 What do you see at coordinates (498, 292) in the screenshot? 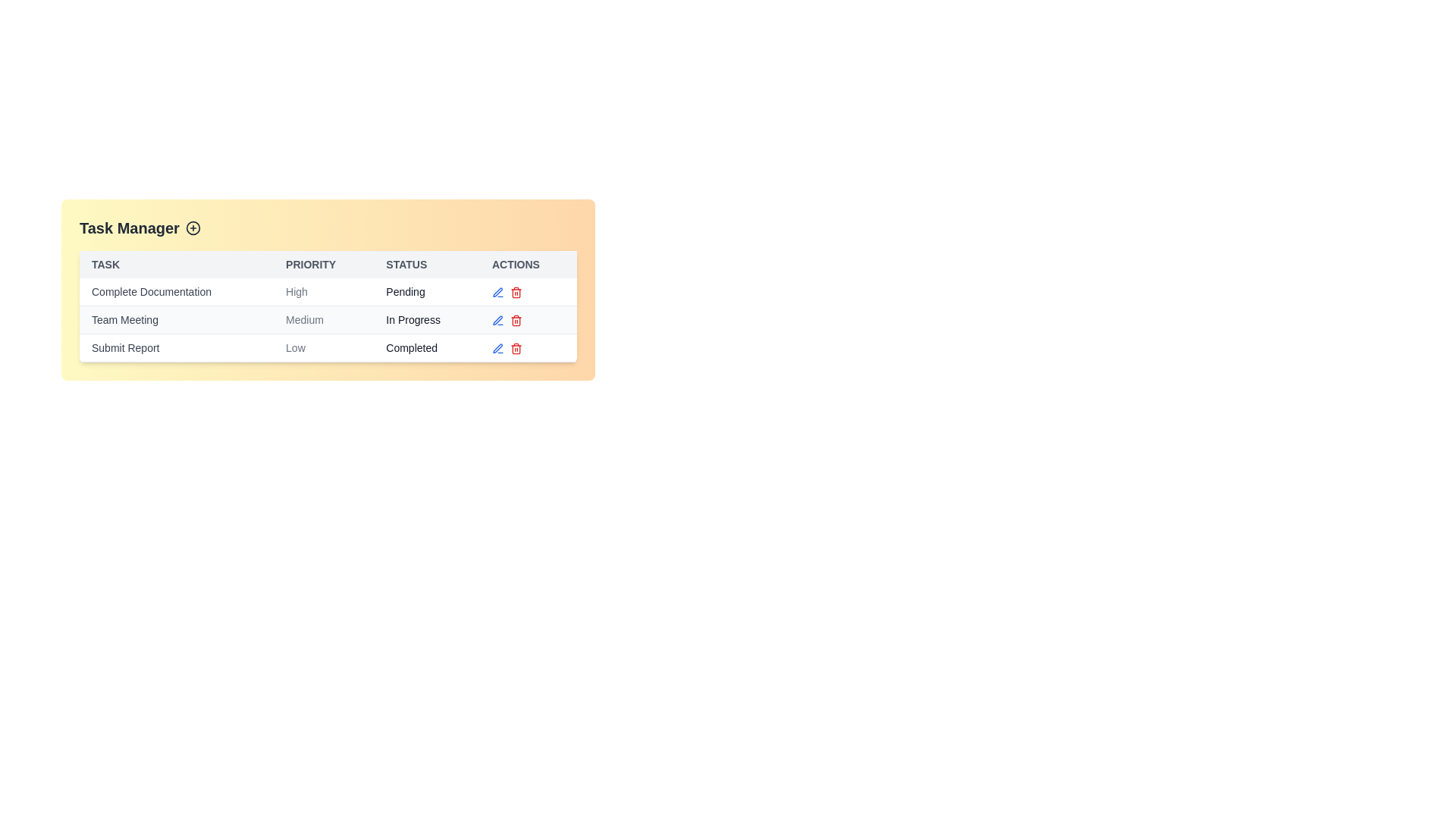
I see `edit icon next to the task named Complete Documentation` at bounding box center [498, 292].